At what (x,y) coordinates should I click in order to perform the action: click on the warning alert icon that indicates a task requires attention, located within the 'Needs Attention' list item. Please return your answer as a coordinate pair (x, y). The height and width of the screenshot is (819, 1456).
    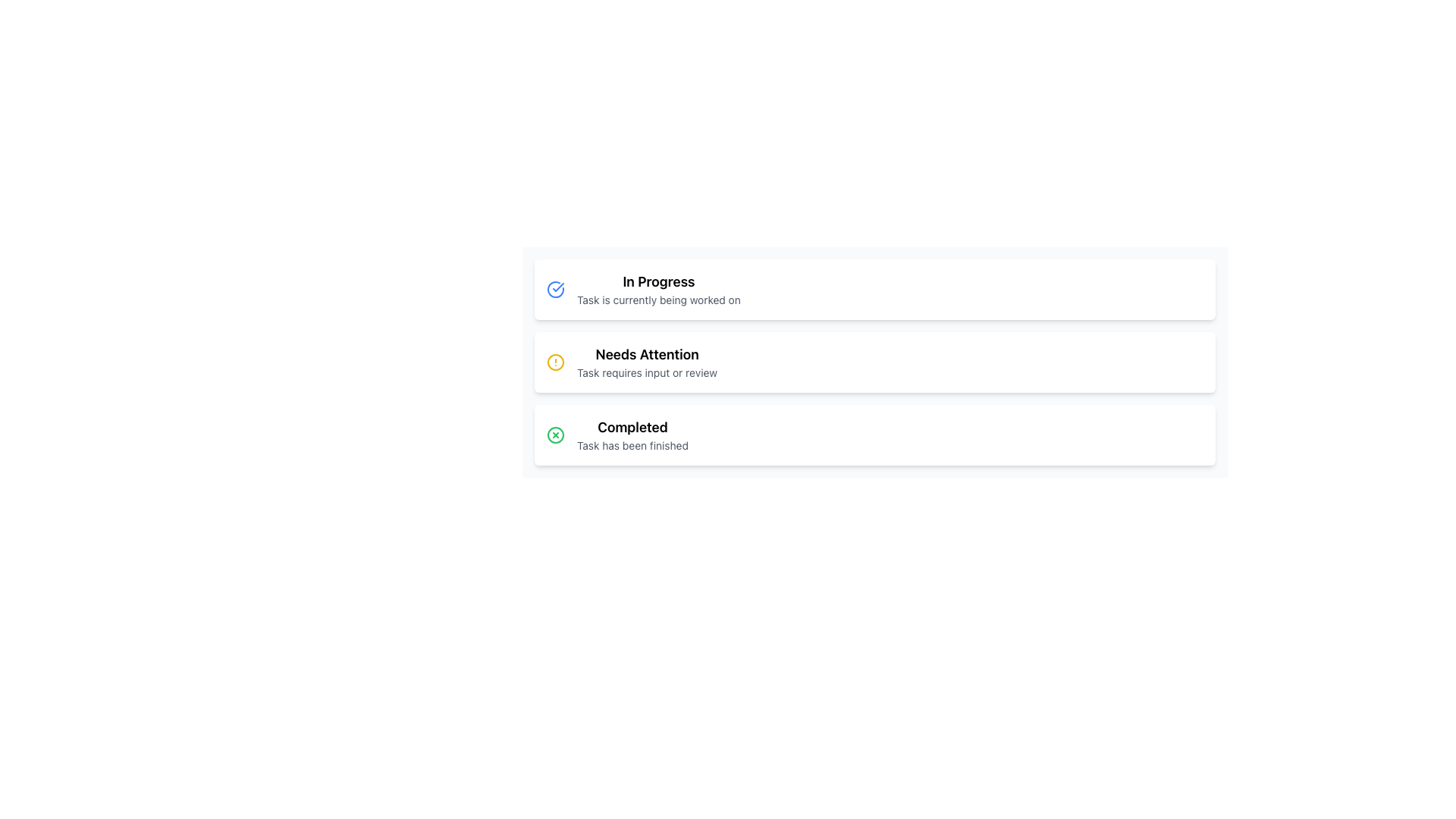
    Looking at the image, I should click on (555, 362).